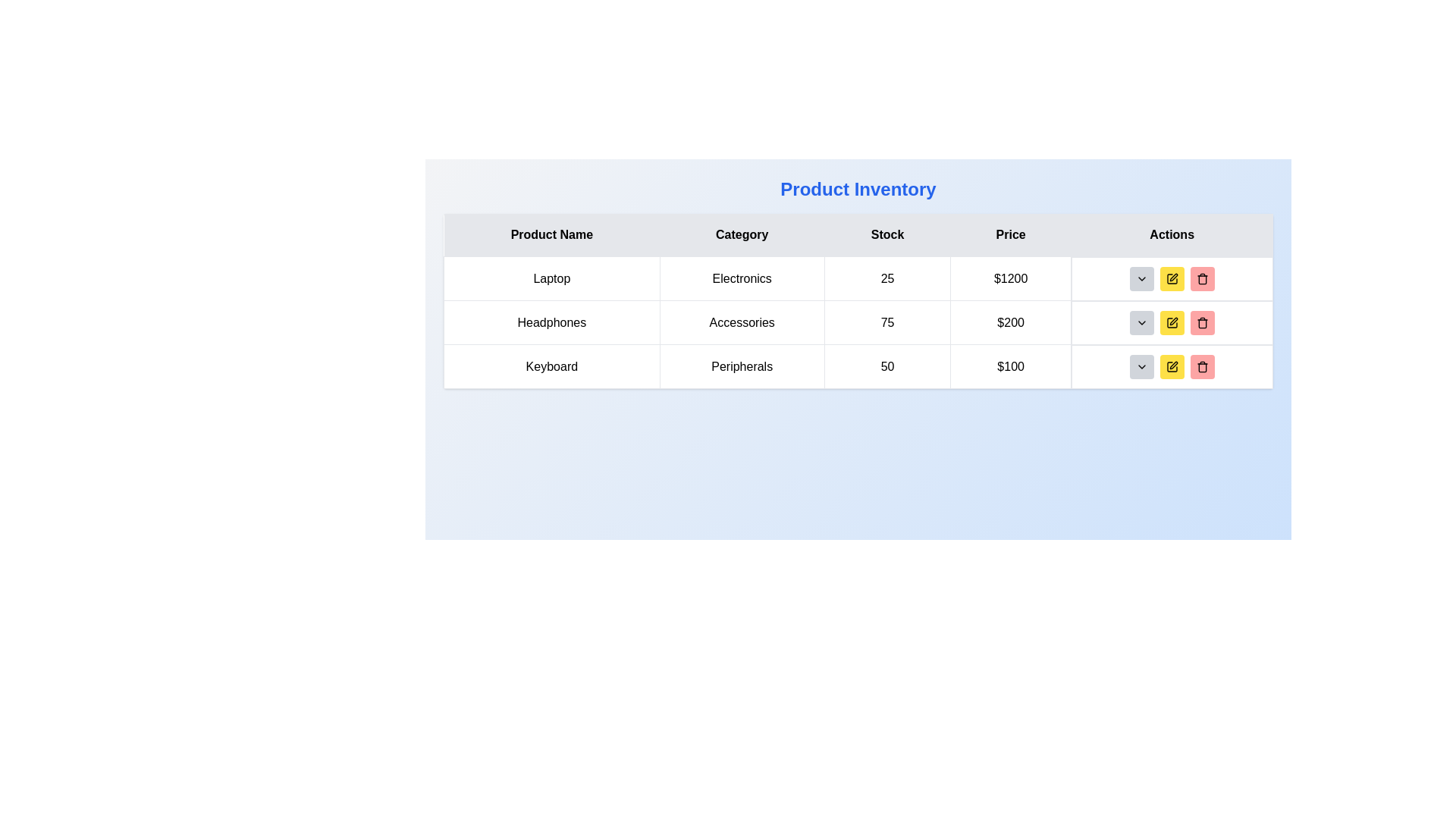 This screenshot has height=819, width=1456. I want to click on the 'Edit' icon located in the 'Actions' column of the third row in the table, so click(1172, 320).